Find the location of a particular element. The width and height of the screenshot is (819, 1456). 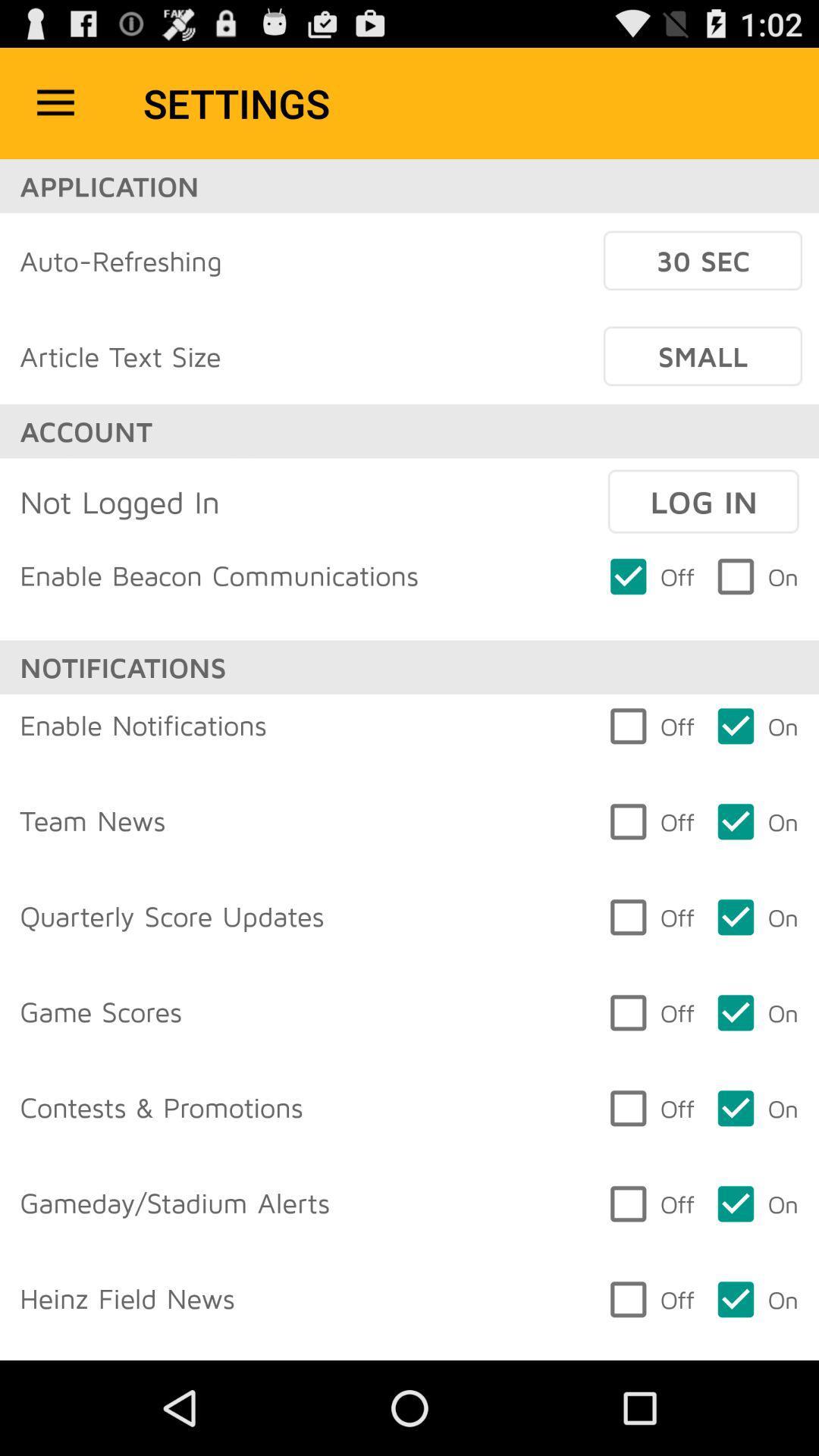

the item below small item is located at coordinates (703, 501).